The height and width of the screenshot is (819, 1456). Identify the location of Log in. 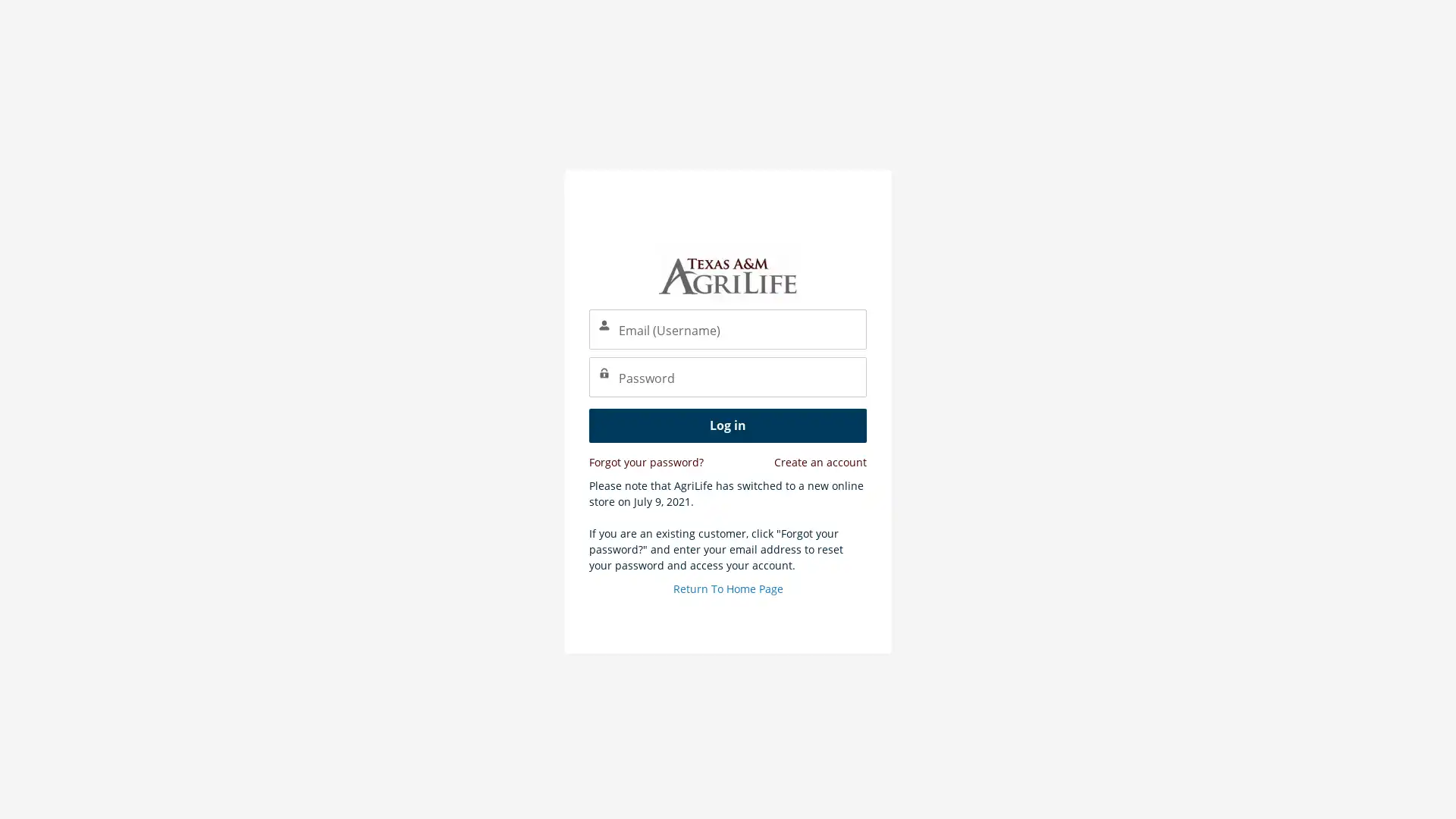
(728, 425).